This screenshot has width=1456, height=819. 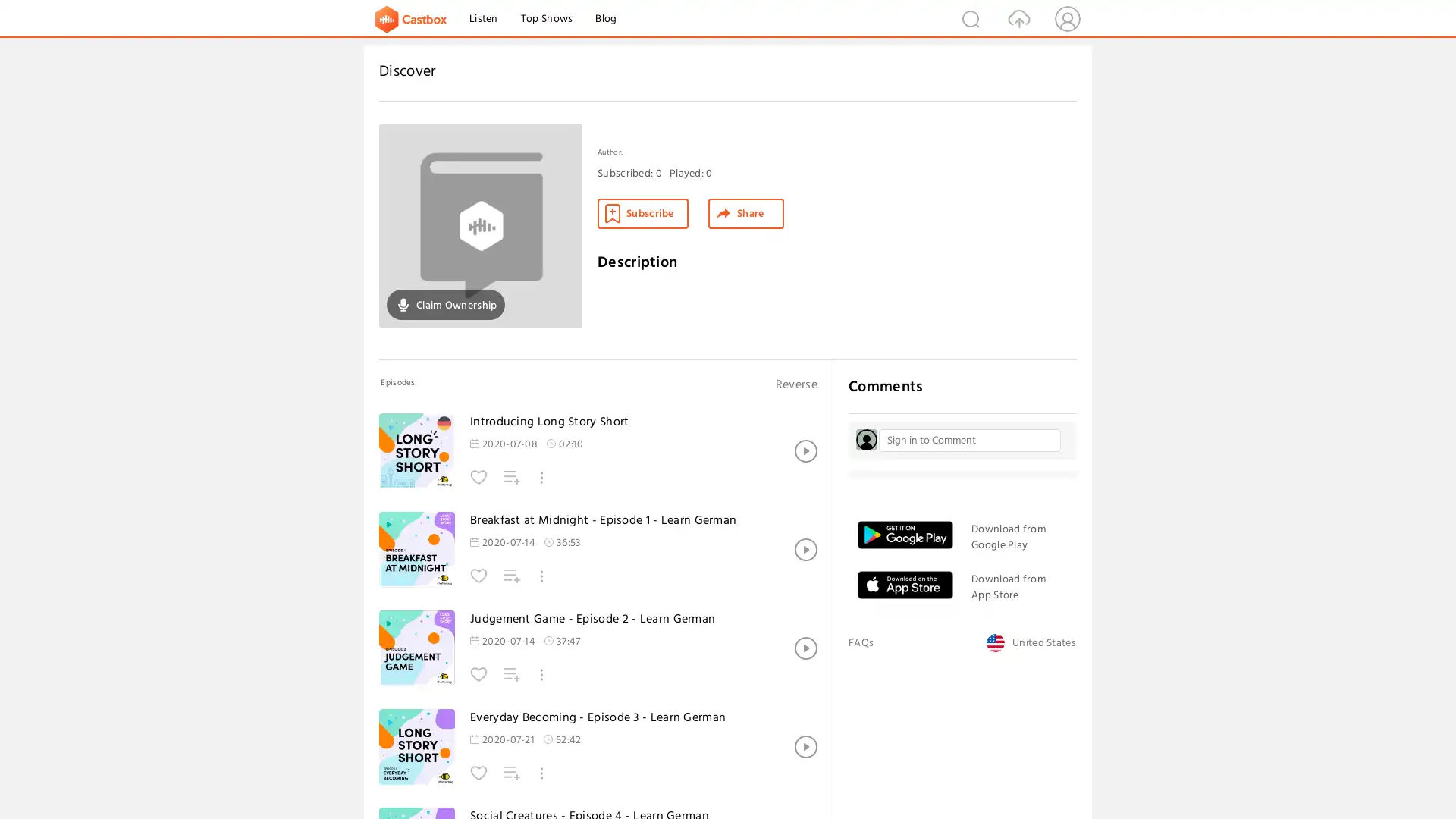 What do you see at coordinates (1387, 778) in the screenshot?
I see `Got it!` at bounding box center [1387, 778].